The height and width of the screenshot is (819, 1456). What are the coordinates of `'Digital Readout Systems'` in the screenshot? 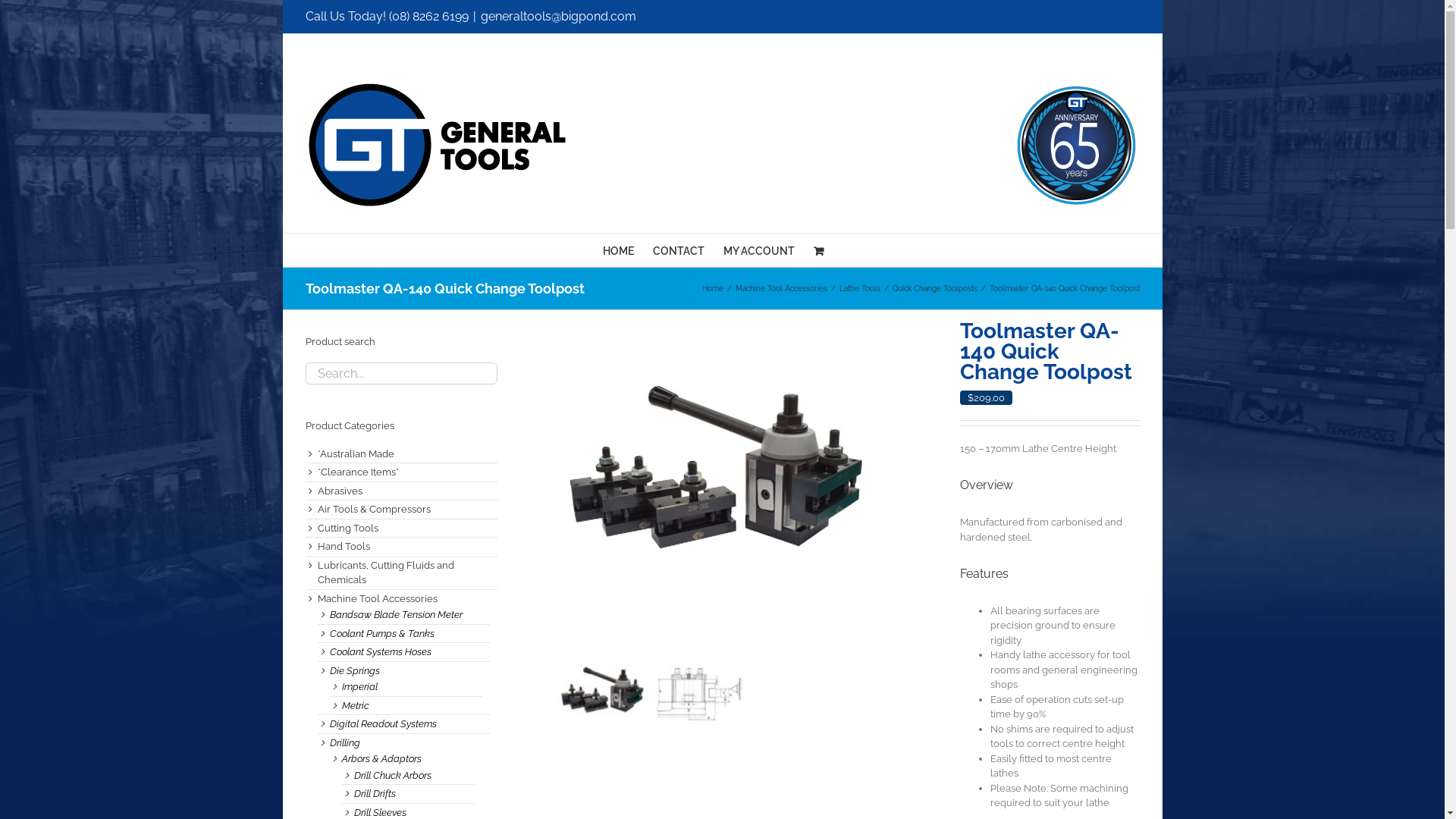 It's located at (382, 723).